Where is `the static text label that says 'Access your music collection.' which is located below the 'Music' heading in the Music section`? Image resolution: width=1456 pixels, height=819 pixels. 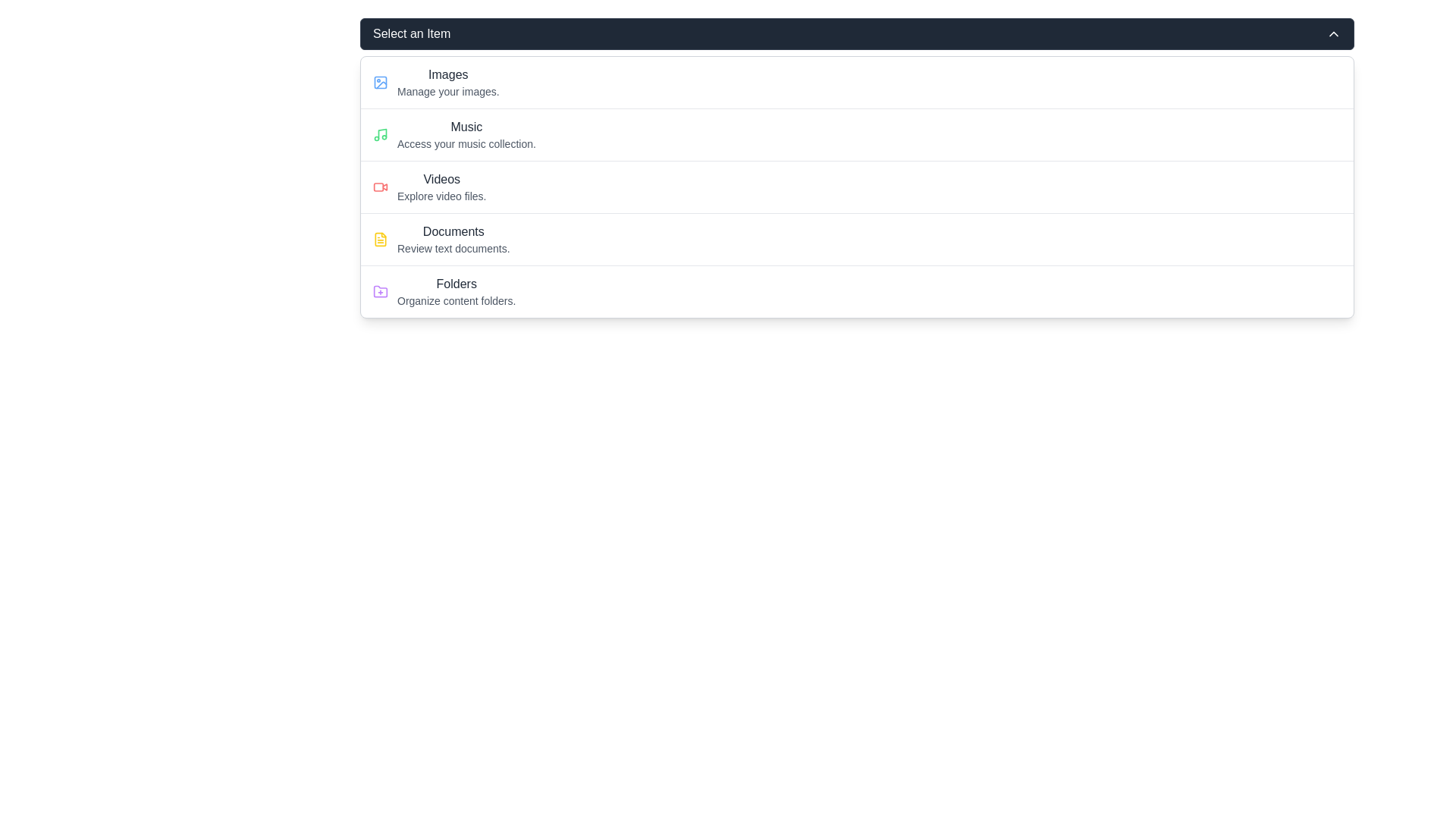 the static text label that says 'Access your music collection.' which is located below the 'Music' heading in the Music section is located at coordinates (466, 143).